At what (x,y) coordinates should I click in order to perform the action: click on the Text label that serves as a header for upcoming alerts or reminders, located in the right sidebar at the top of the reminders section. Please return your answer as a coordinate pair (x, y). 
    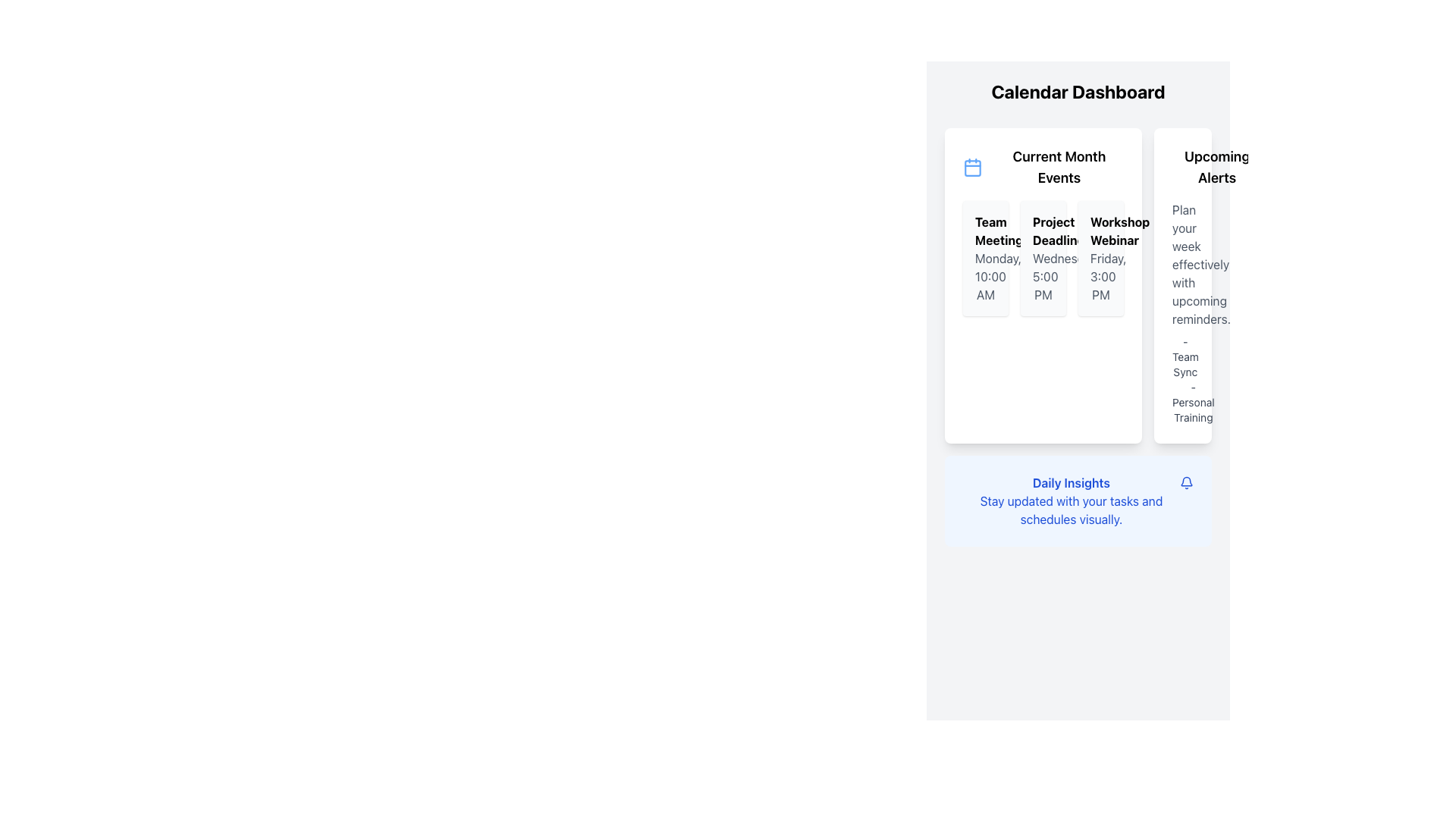
    Looking at the image, I should click on (1217, 167).